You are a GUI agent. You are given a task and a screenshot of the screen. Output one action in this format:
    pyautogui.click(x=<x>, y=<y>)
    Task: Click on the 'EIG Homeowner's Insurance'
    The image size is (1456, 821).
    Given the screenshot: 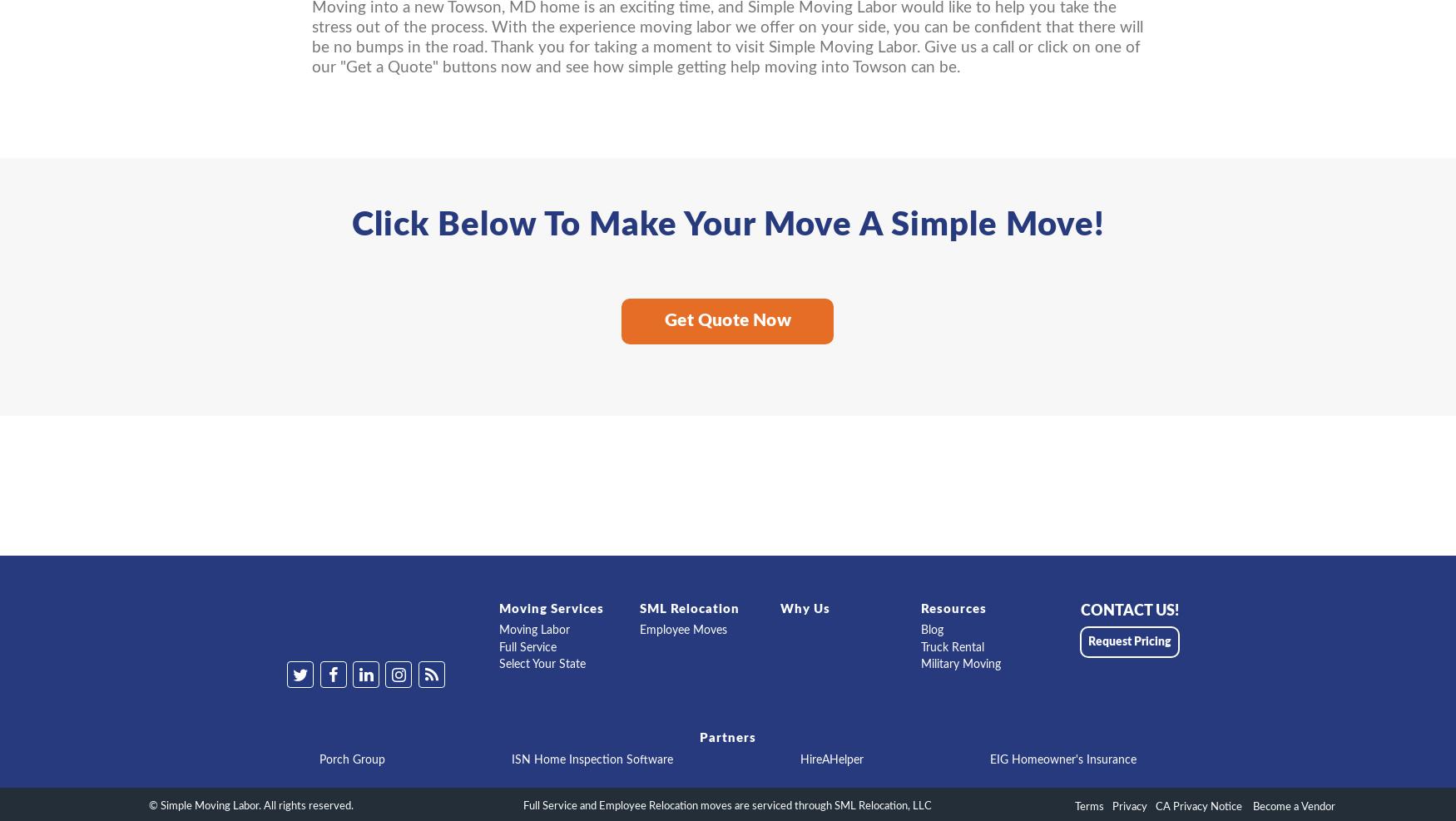 What is the action you would take?
    pyautogui.click(x=1062, y=758)
    